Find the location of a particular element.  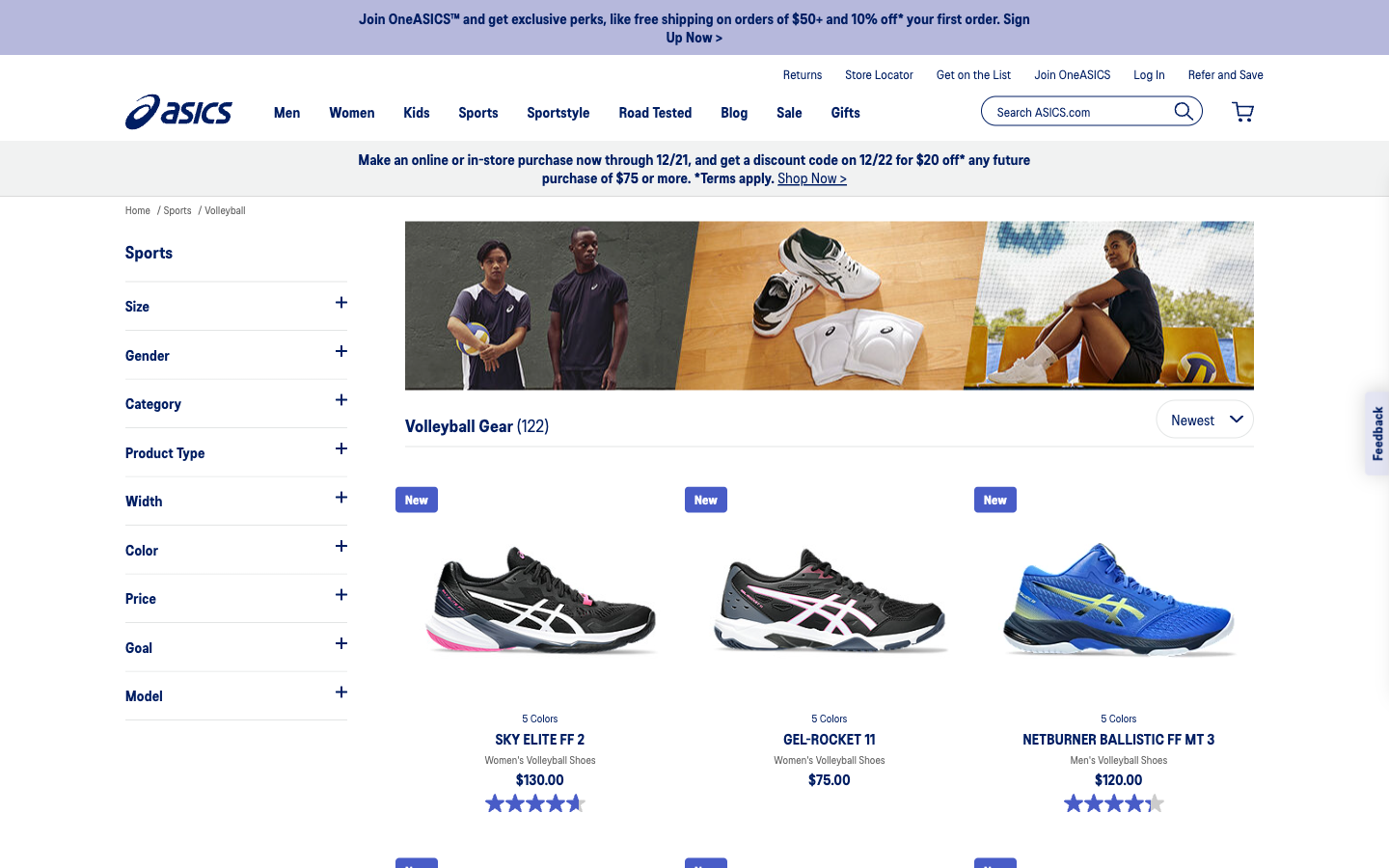

See the women"s models is located at coordinates (234, 354).